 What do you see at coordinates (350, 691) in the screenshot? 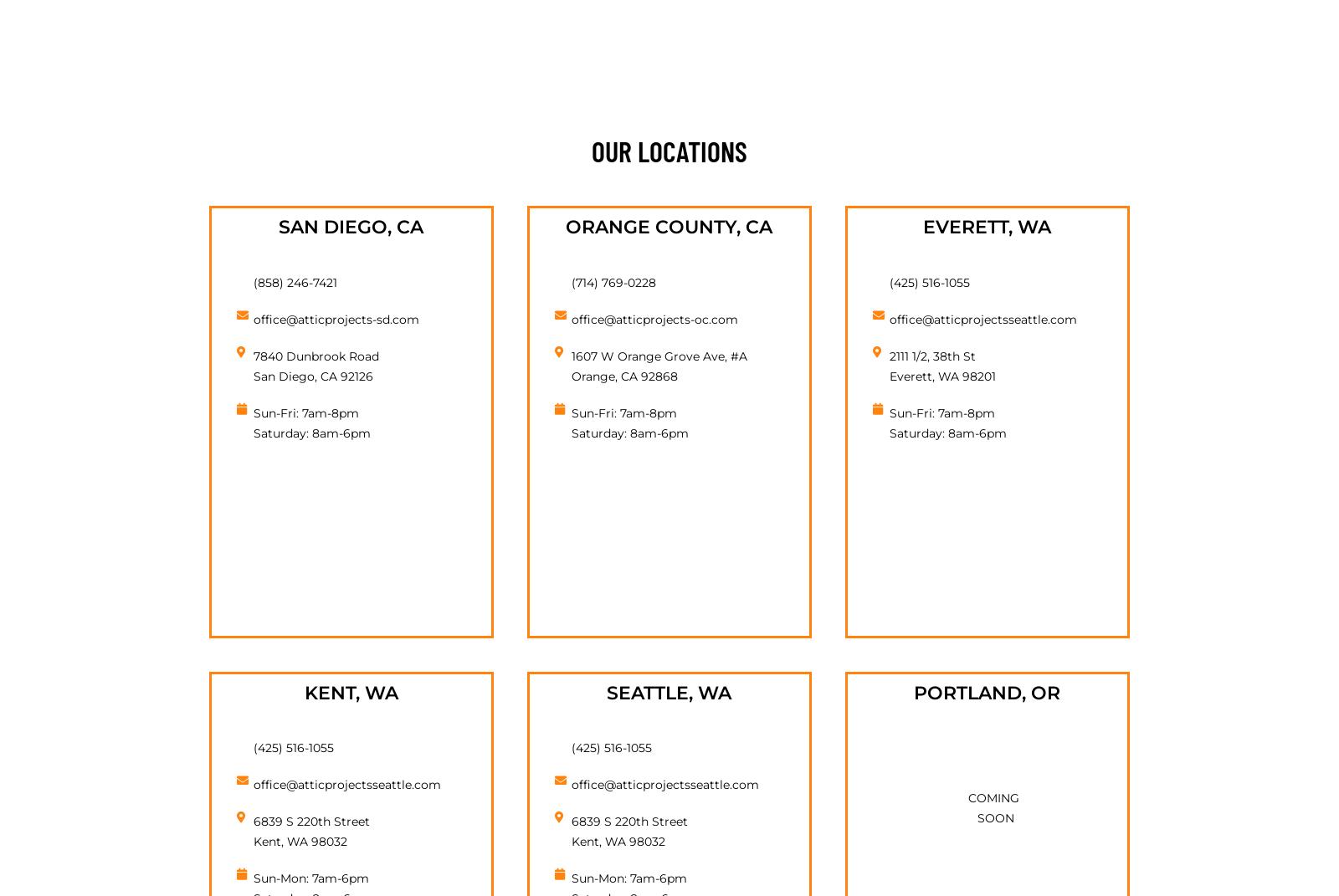
I see `'Kent, WA'` at bounding box center [350, 691].